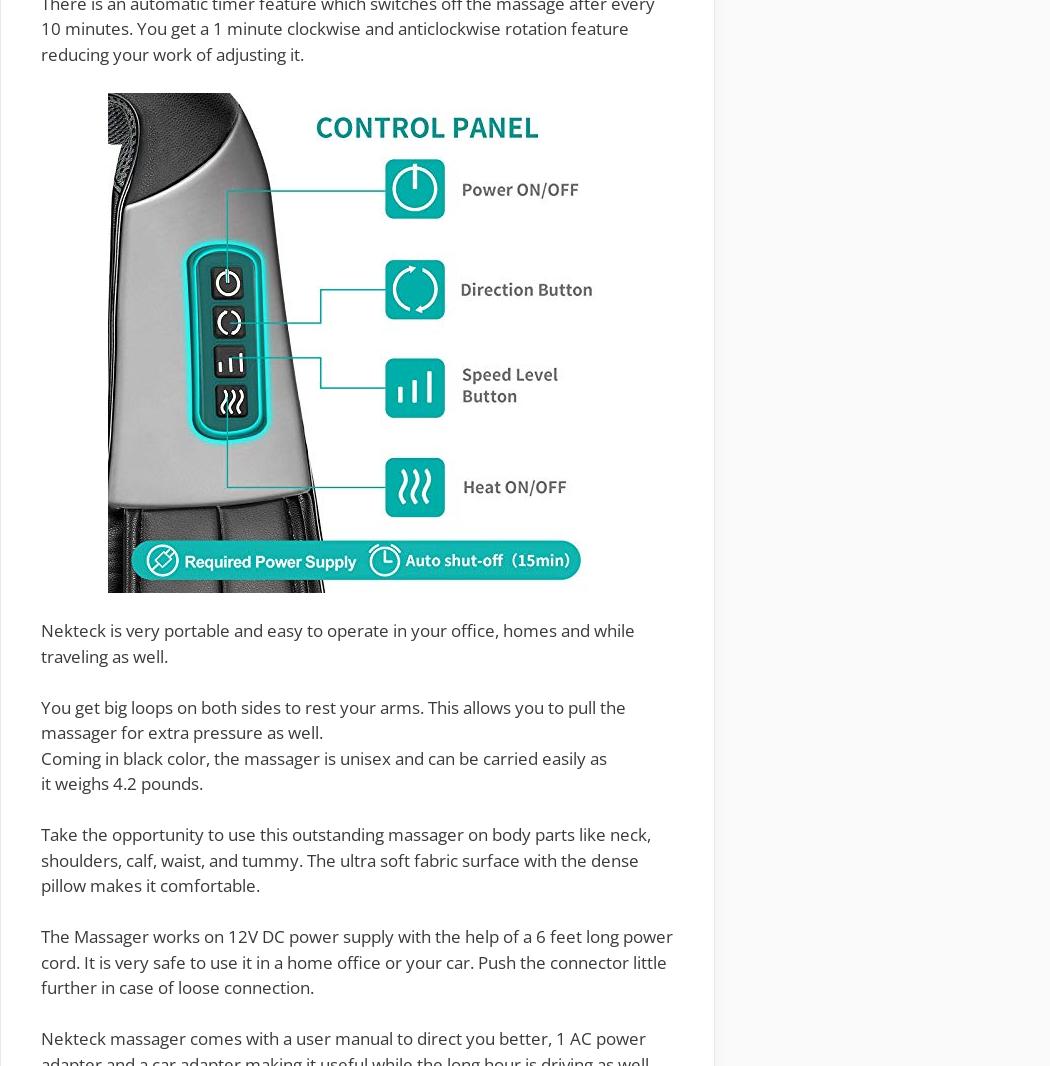 Image resolution: width=1050 pixels, height=1066 pixels. Describe the element at coordinates (317, 756) in the screenshot. I see `'massager is unisex'` at that location.